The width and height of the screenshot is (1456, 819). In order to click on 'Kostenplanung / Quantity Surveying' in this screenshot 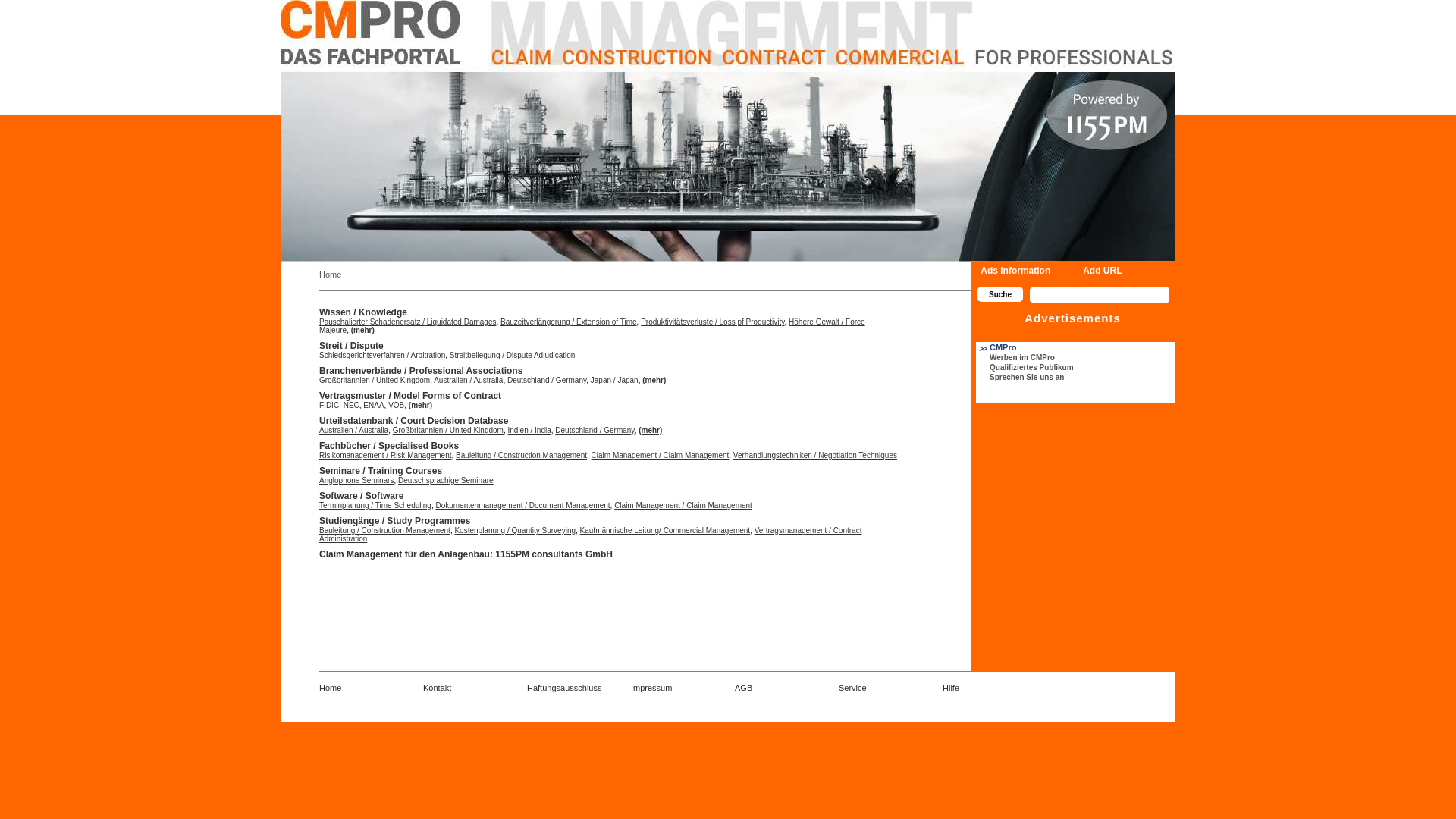, I will do `click(514, 529)`.